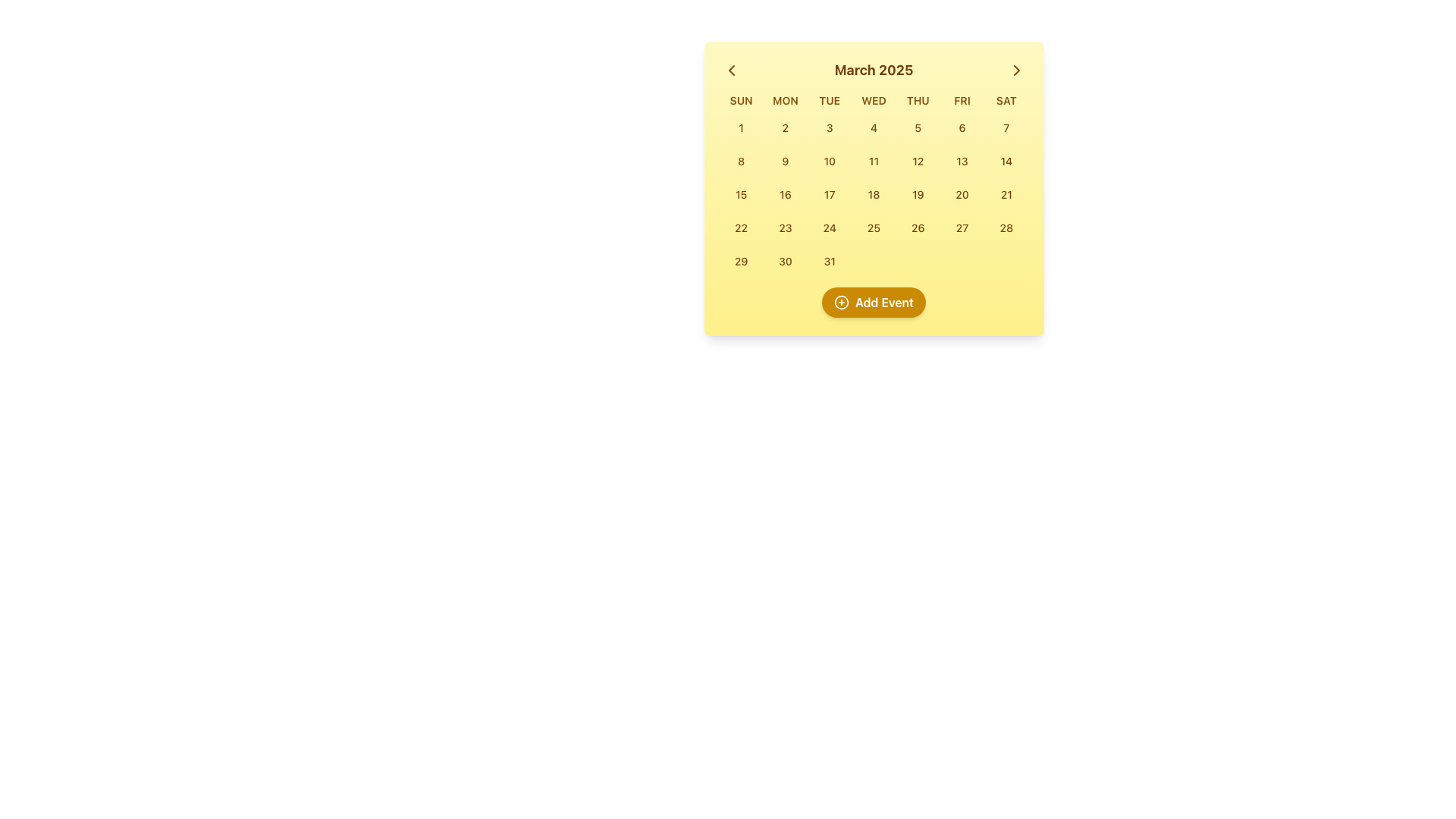  I want to click on the text indicating the date '29' within the calendar interface, located in the lower-right corner of the calendar grid, so click(741, 260).